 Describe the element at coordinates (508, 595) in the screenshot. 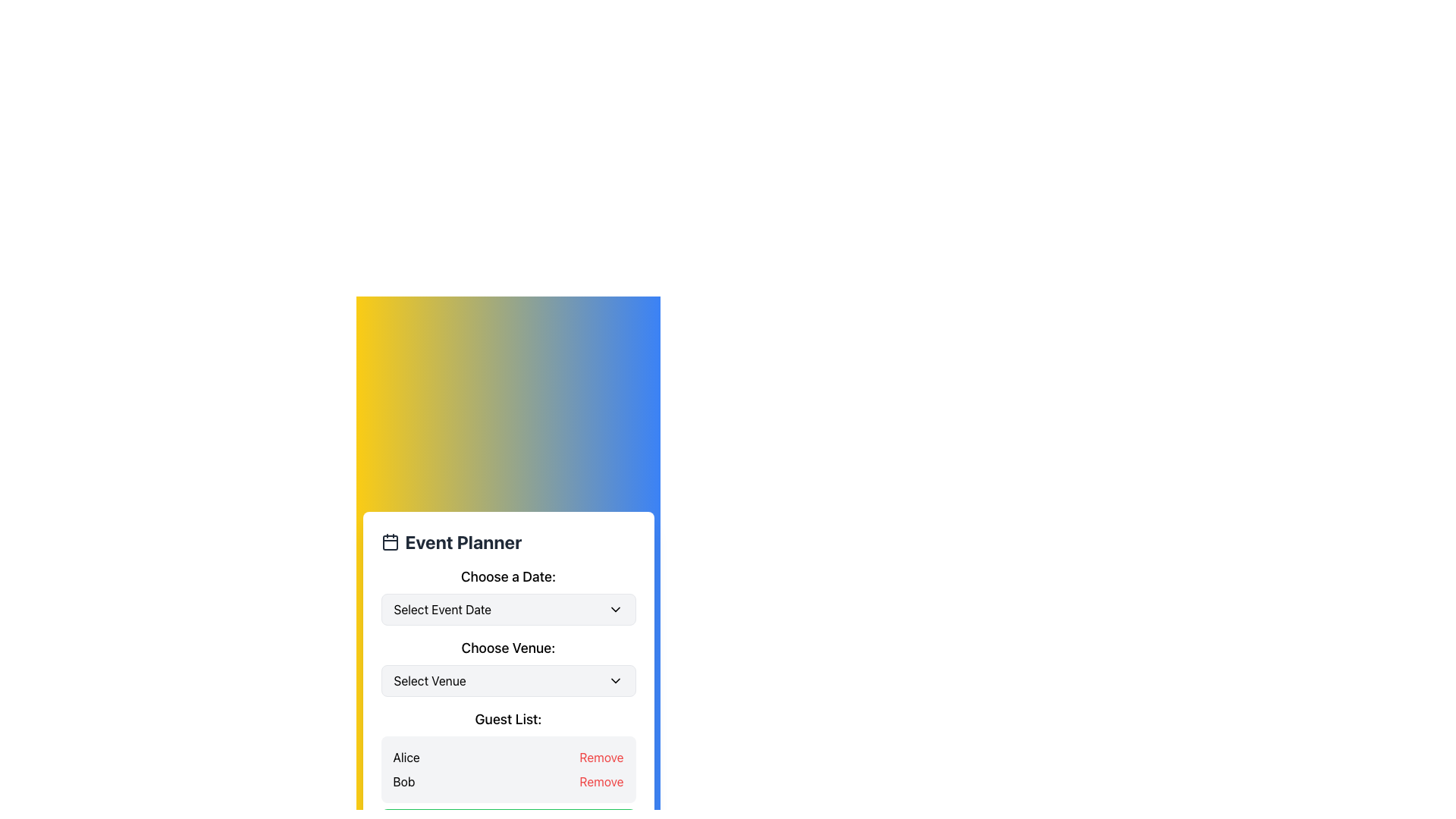

I see `the first dropdown menu under the 'Choose a Date:' section in the 'Event Planner' interface` at that location.